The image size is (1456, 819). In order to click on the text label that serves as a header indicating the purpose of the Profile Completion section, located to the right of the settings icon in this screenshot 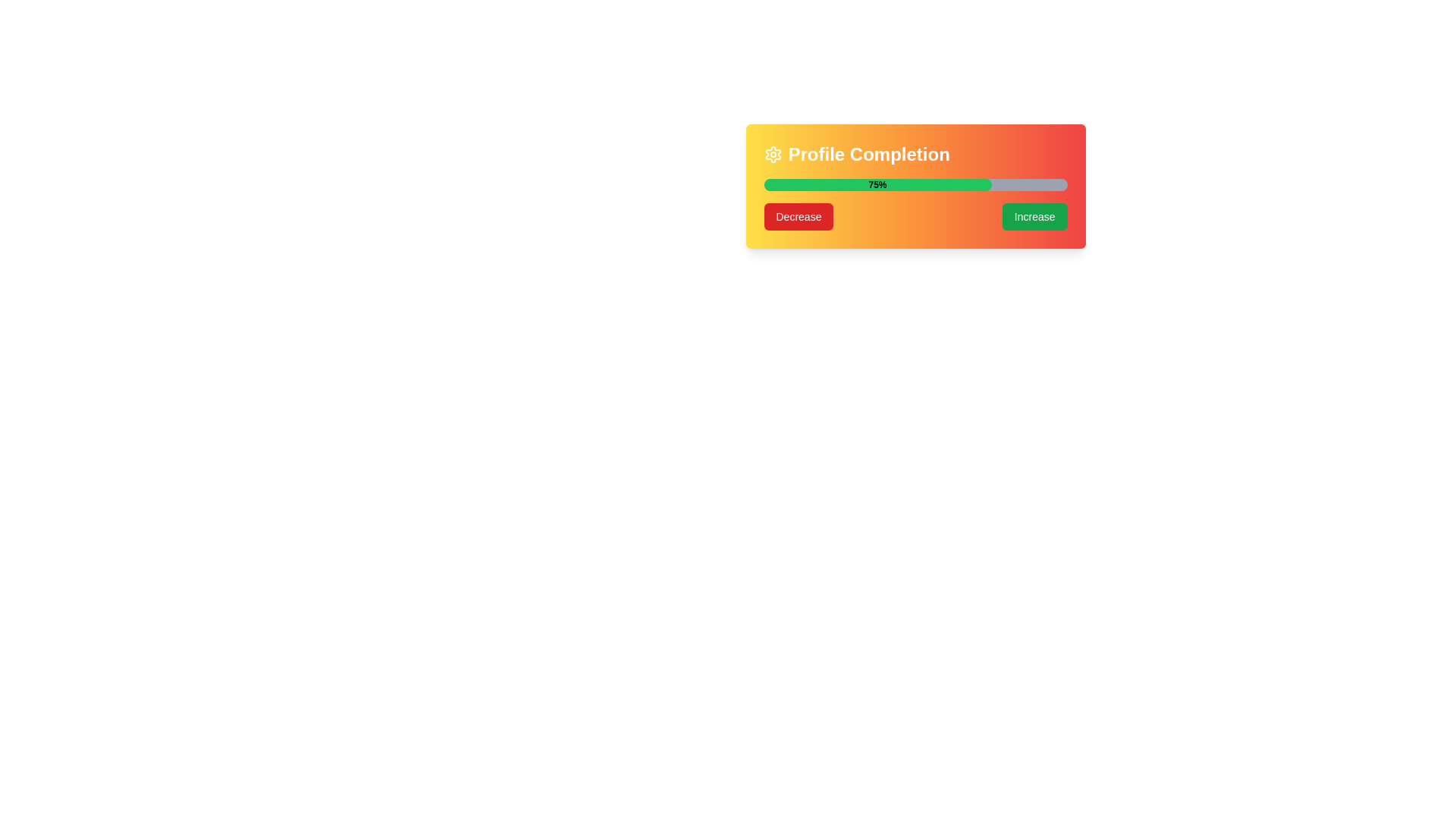, I will do `click(869, 155)`.